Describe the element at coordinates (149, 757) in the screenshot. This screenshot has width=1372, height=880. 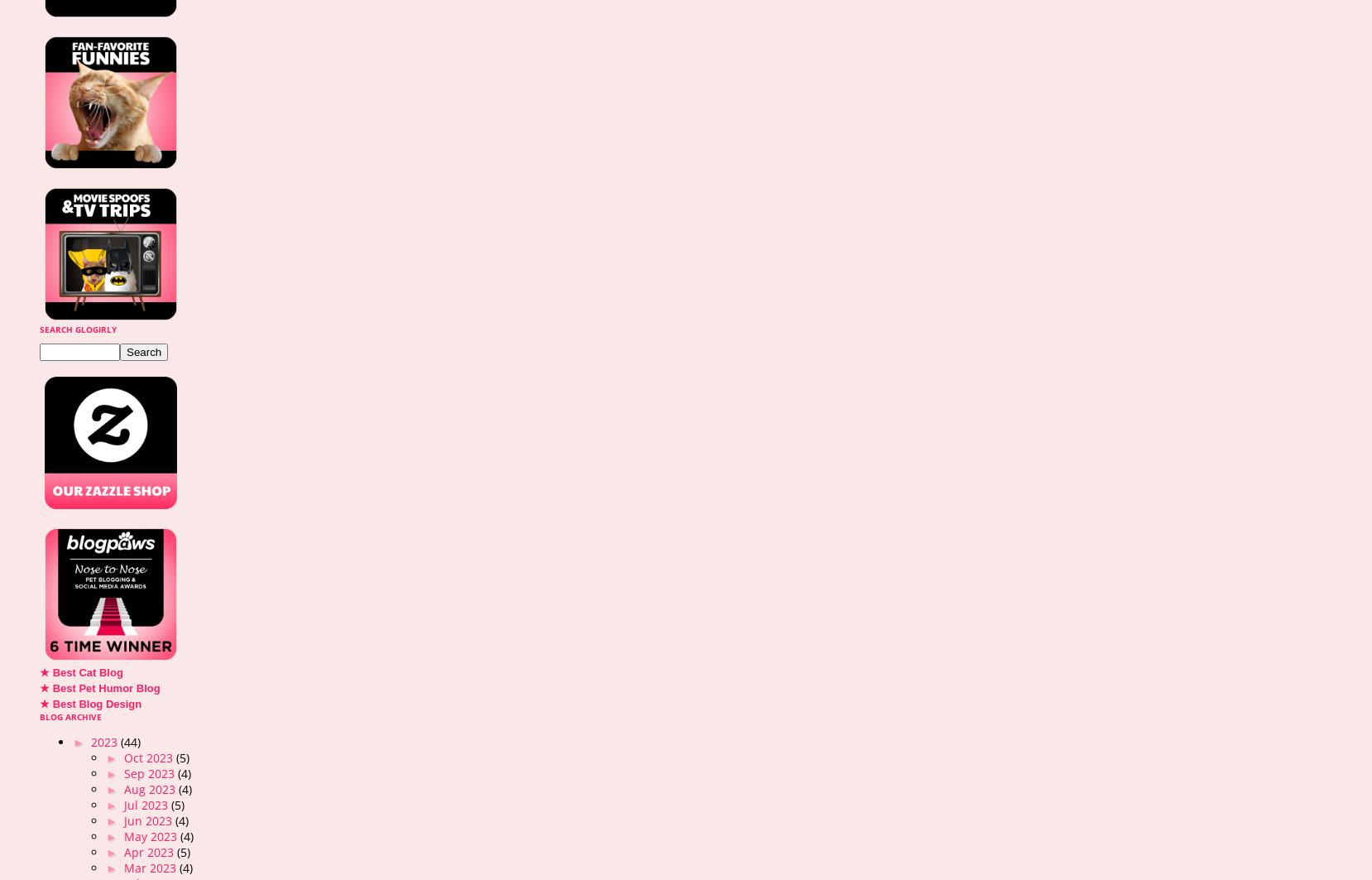
I see `'Oct 2023'` at that location.